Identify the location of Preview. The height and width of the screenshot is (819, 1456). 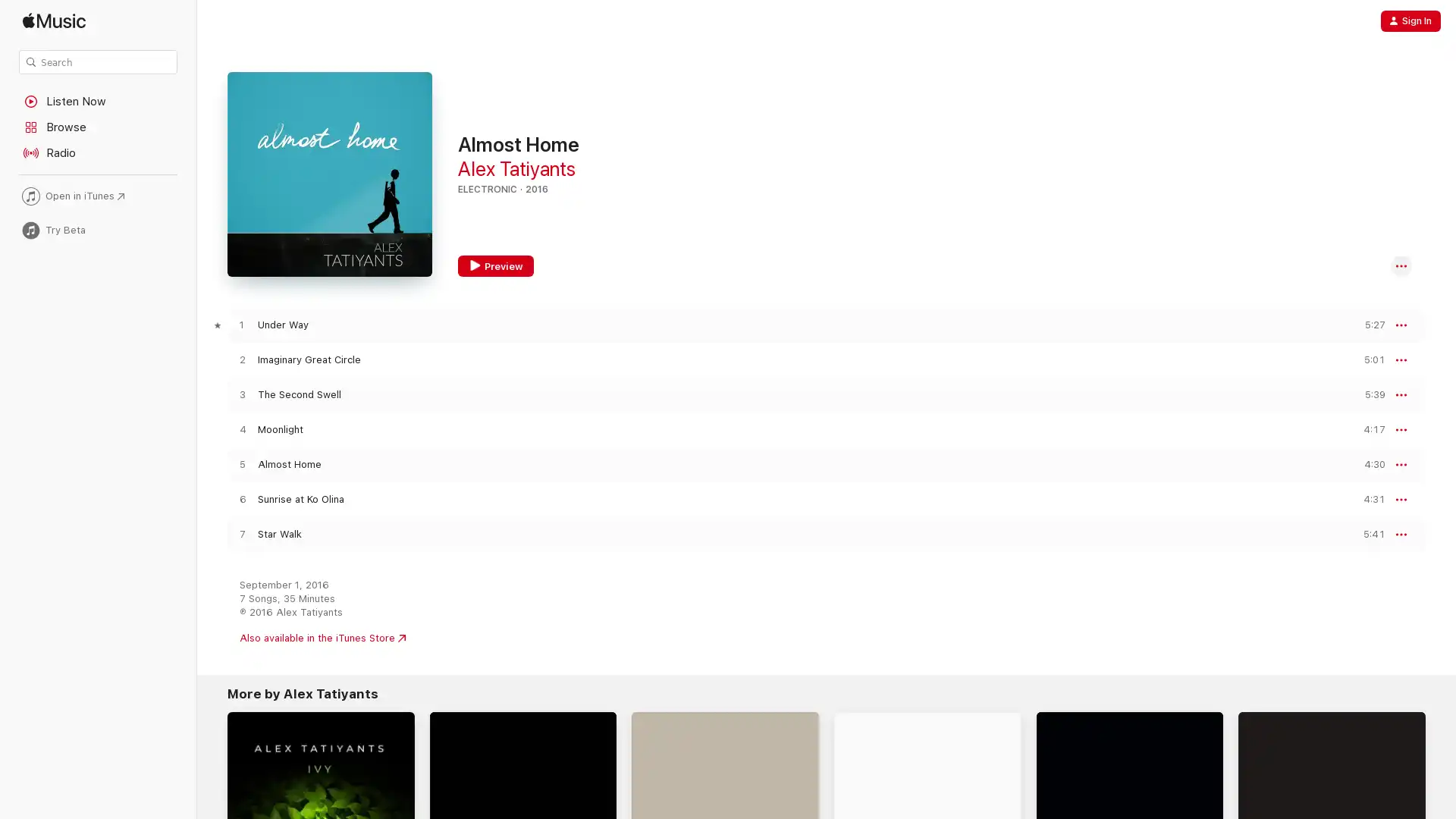
(1368, 429).